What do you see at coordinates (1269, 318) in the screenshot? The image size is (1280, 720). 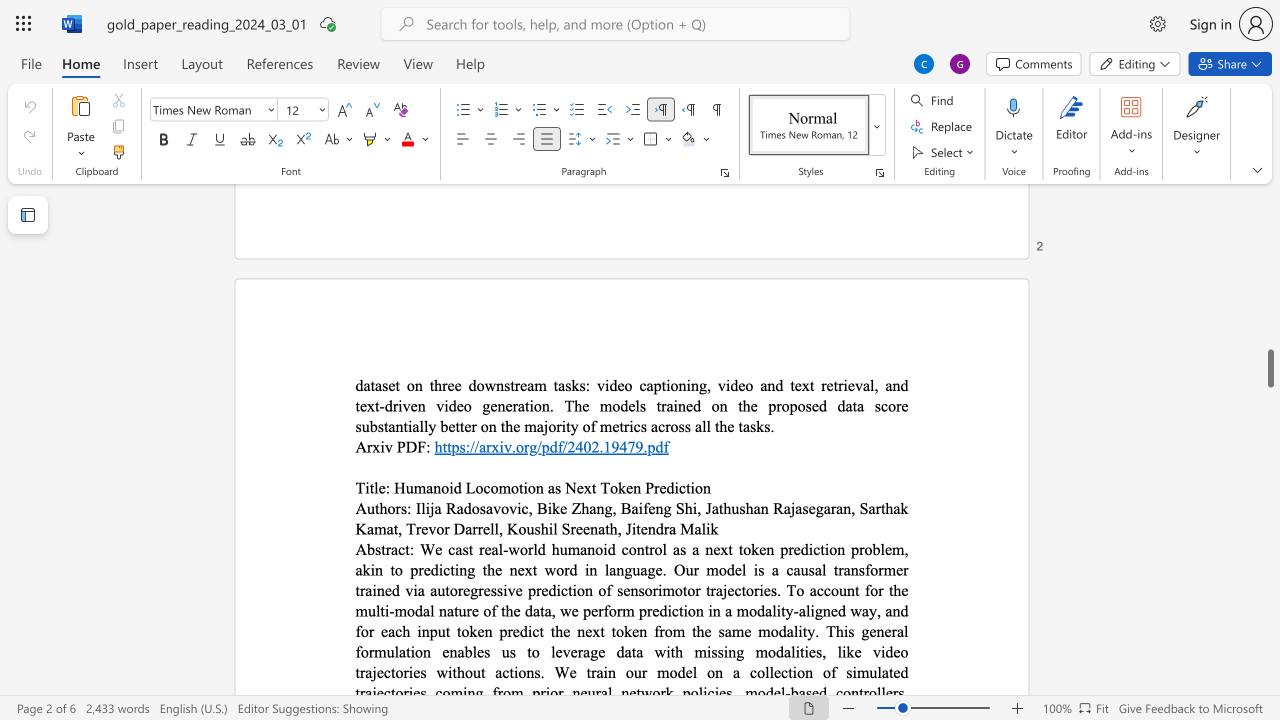 I see `the scrollbar to move the view up` at bounding box center [1269, 318].